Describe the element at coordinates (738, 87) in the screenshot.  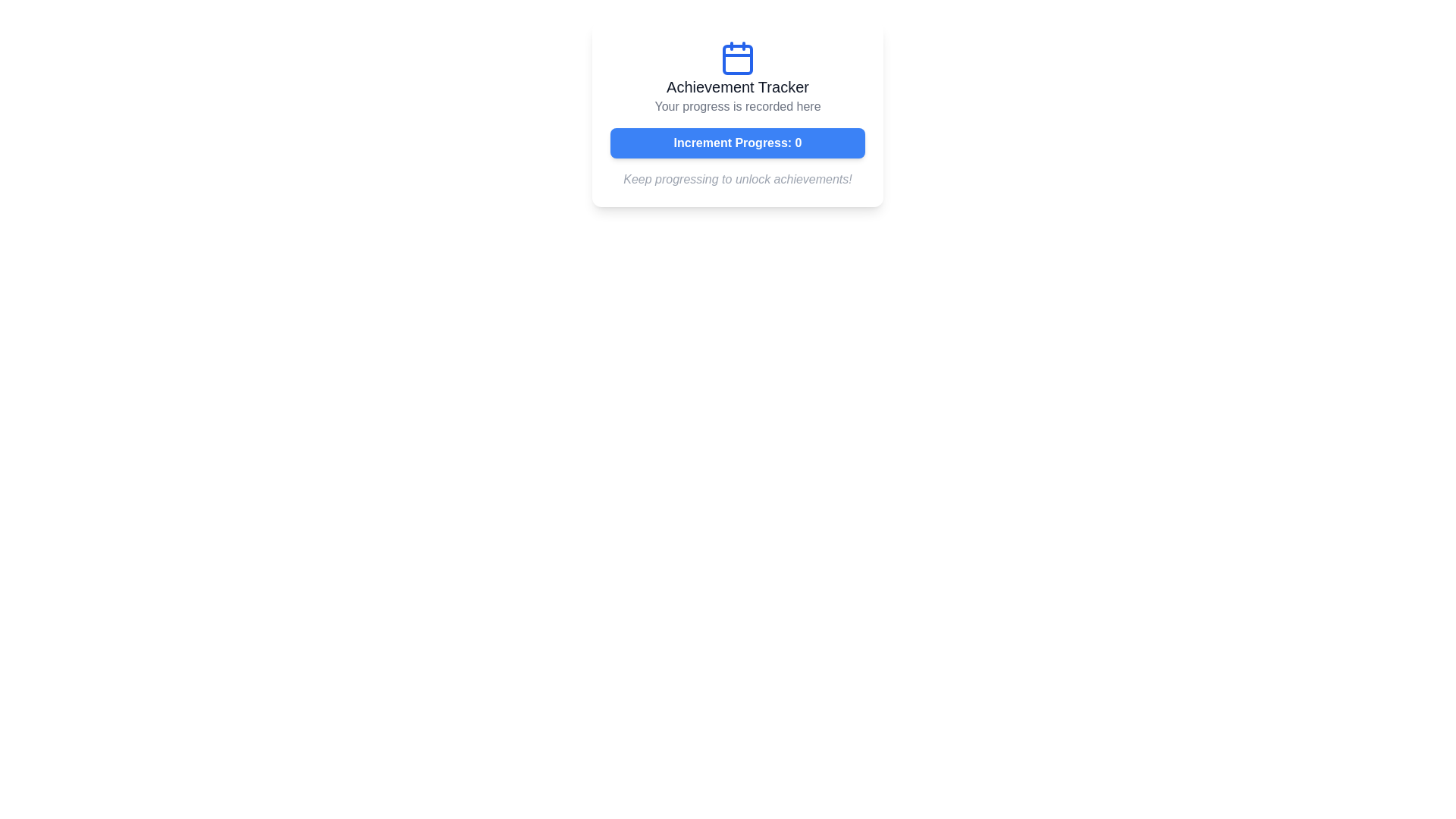
I see `the Text Label that serves as a title for the achievements section, located below the calendar icon and above the text 'Your progress is recorded here'` at that location.